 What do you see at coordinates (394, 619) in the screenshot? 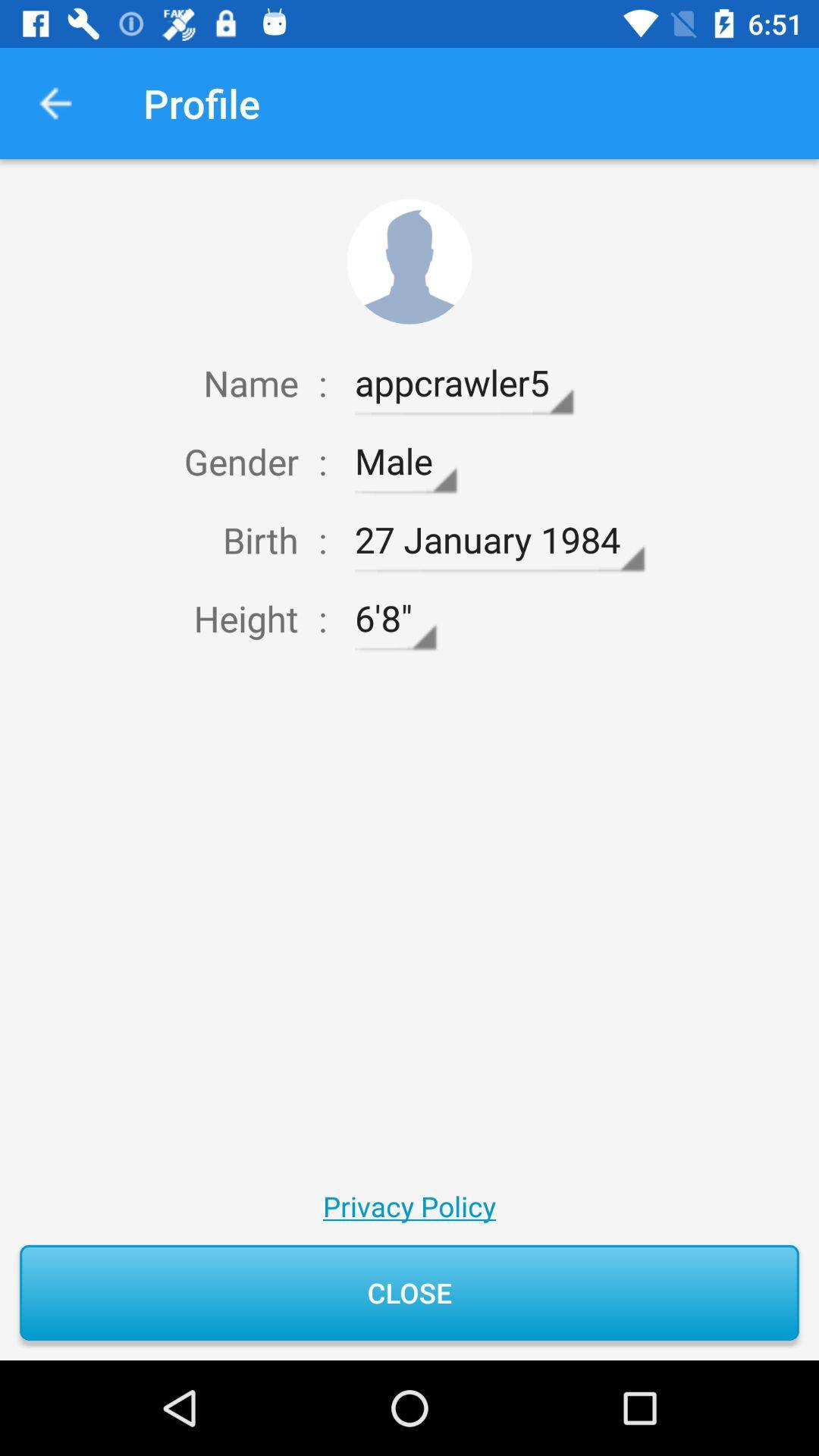
I see `the icon next to the : icon` at bounding box center [394, 619].